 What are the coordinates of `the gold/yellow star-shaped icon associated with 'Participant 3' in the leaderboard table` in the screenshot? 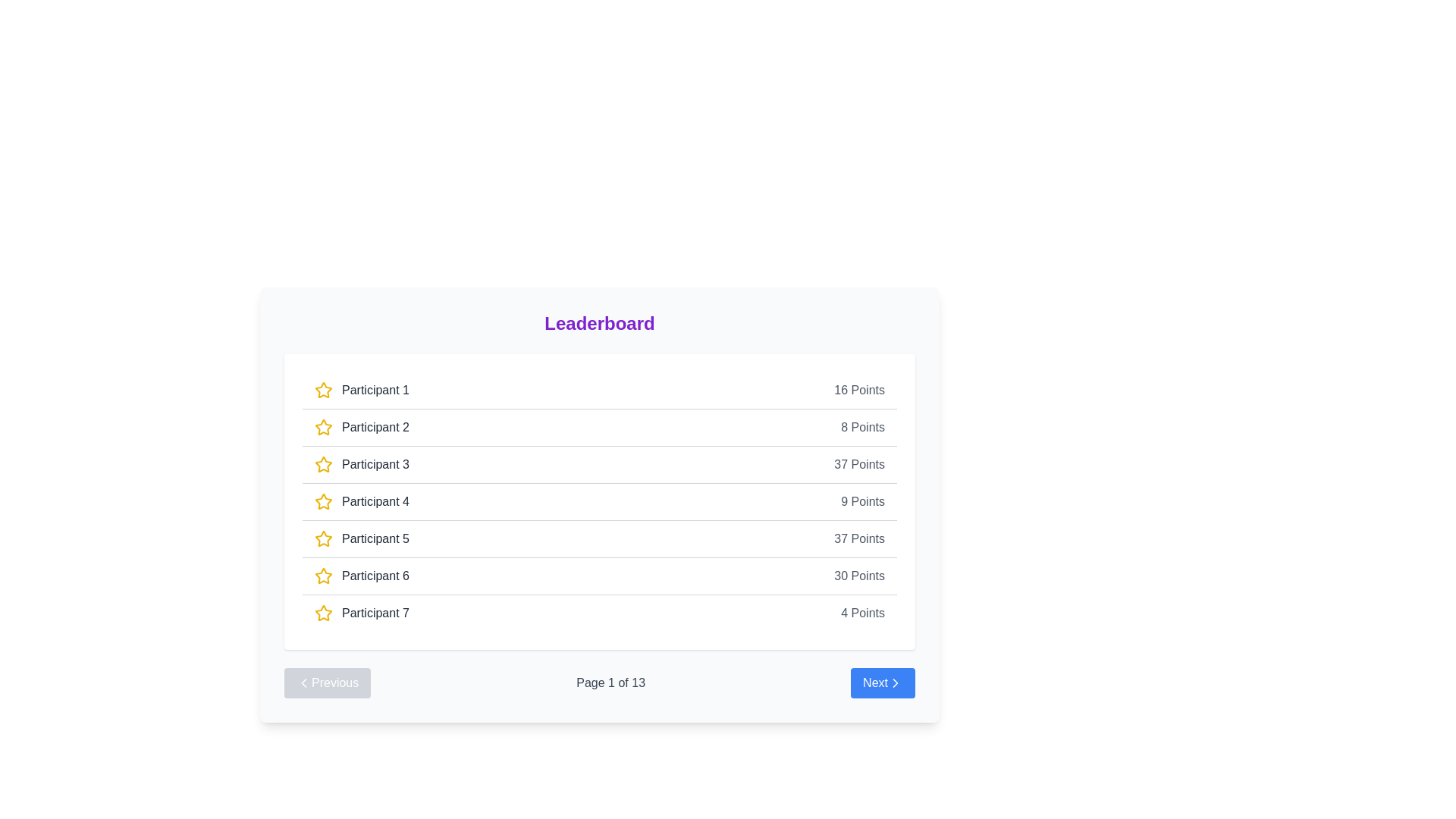 It's located at (323, 463).